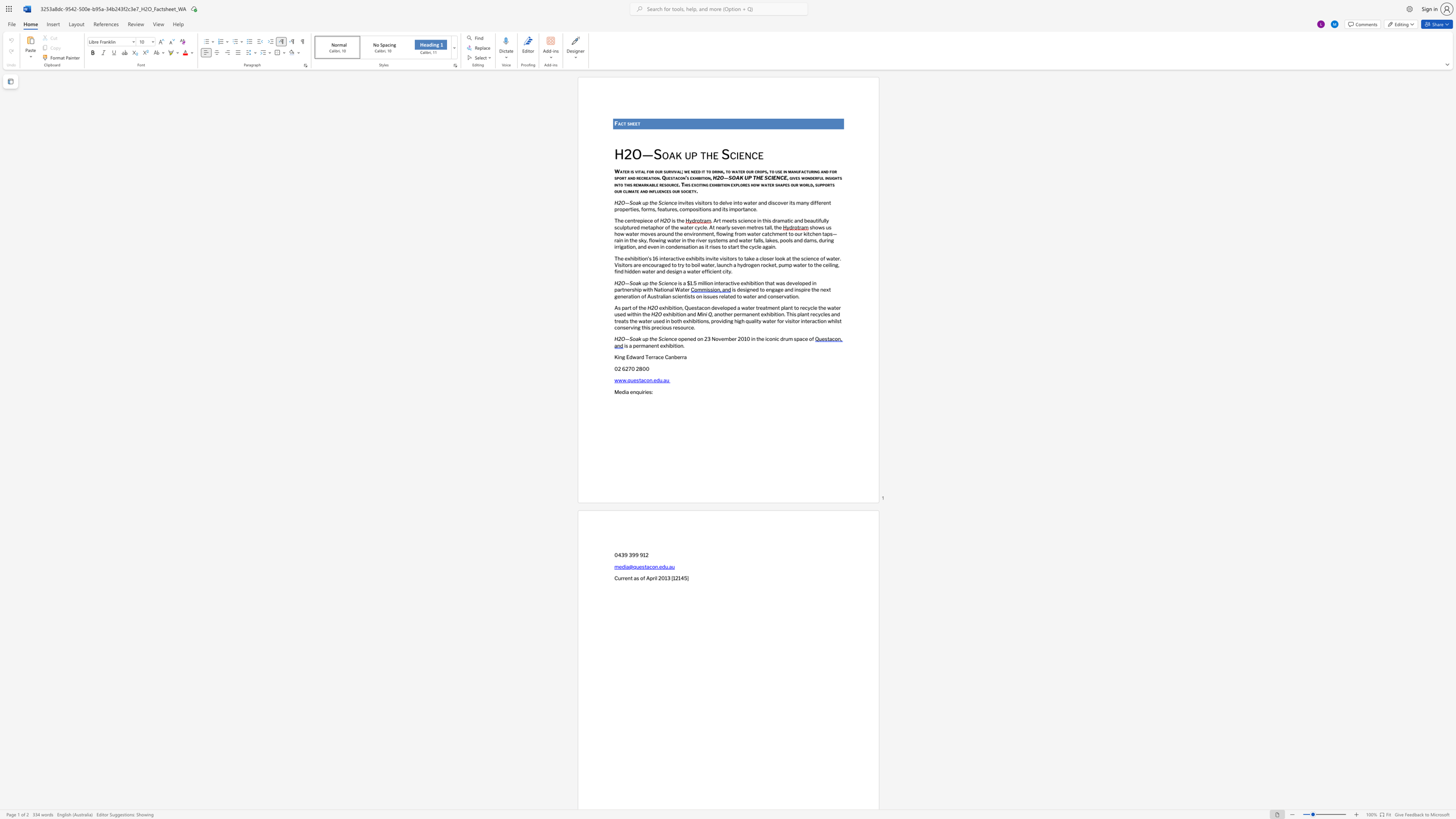  What do you see at coordinates (640, 380) in the screenshot?
I see `the space between the continuous character "t" and "a" in the text` at bounding box center [640, 380].